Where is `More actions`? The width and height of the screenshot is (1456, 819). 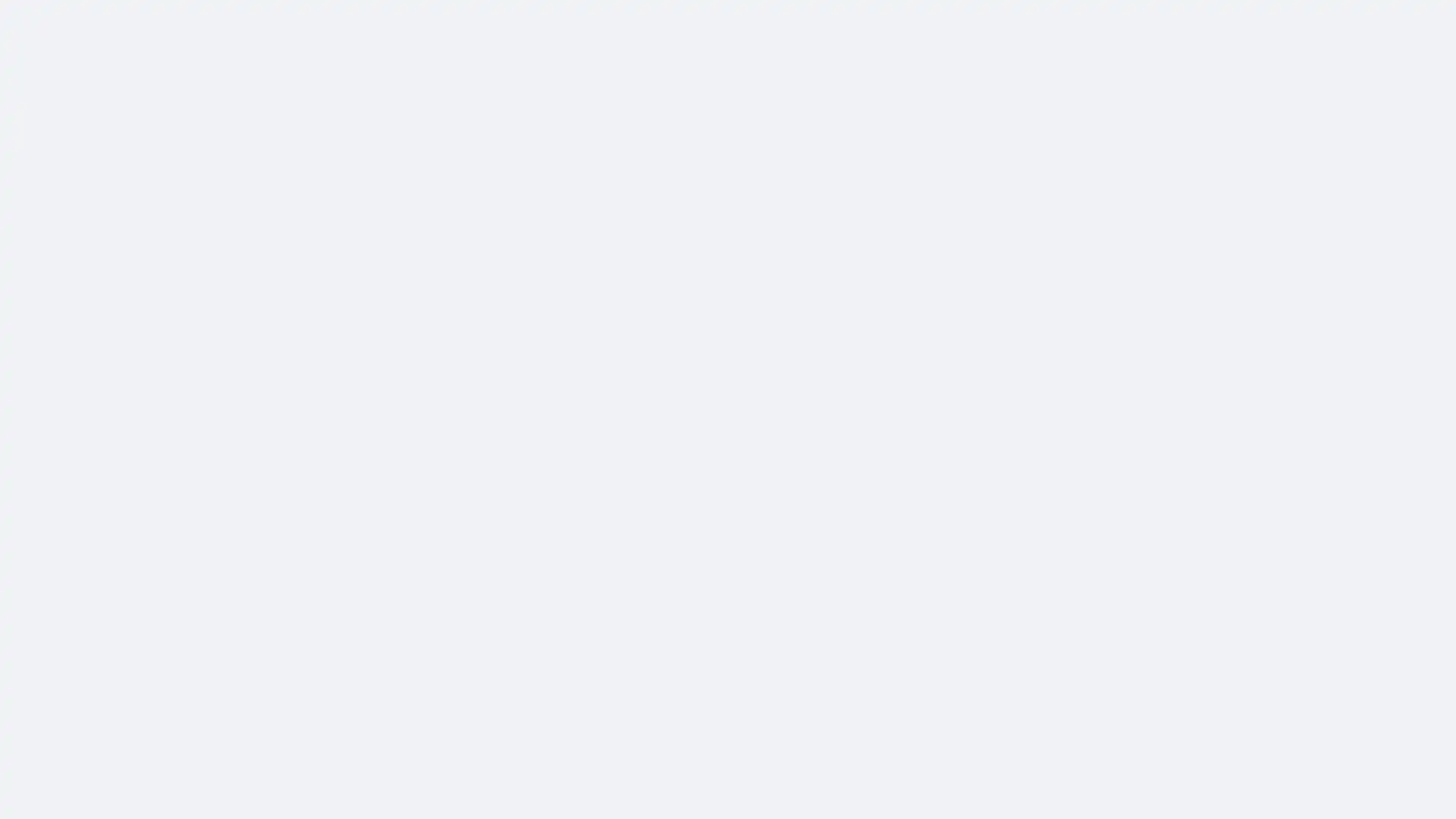 More actions is located at coordinates (1040, 197).